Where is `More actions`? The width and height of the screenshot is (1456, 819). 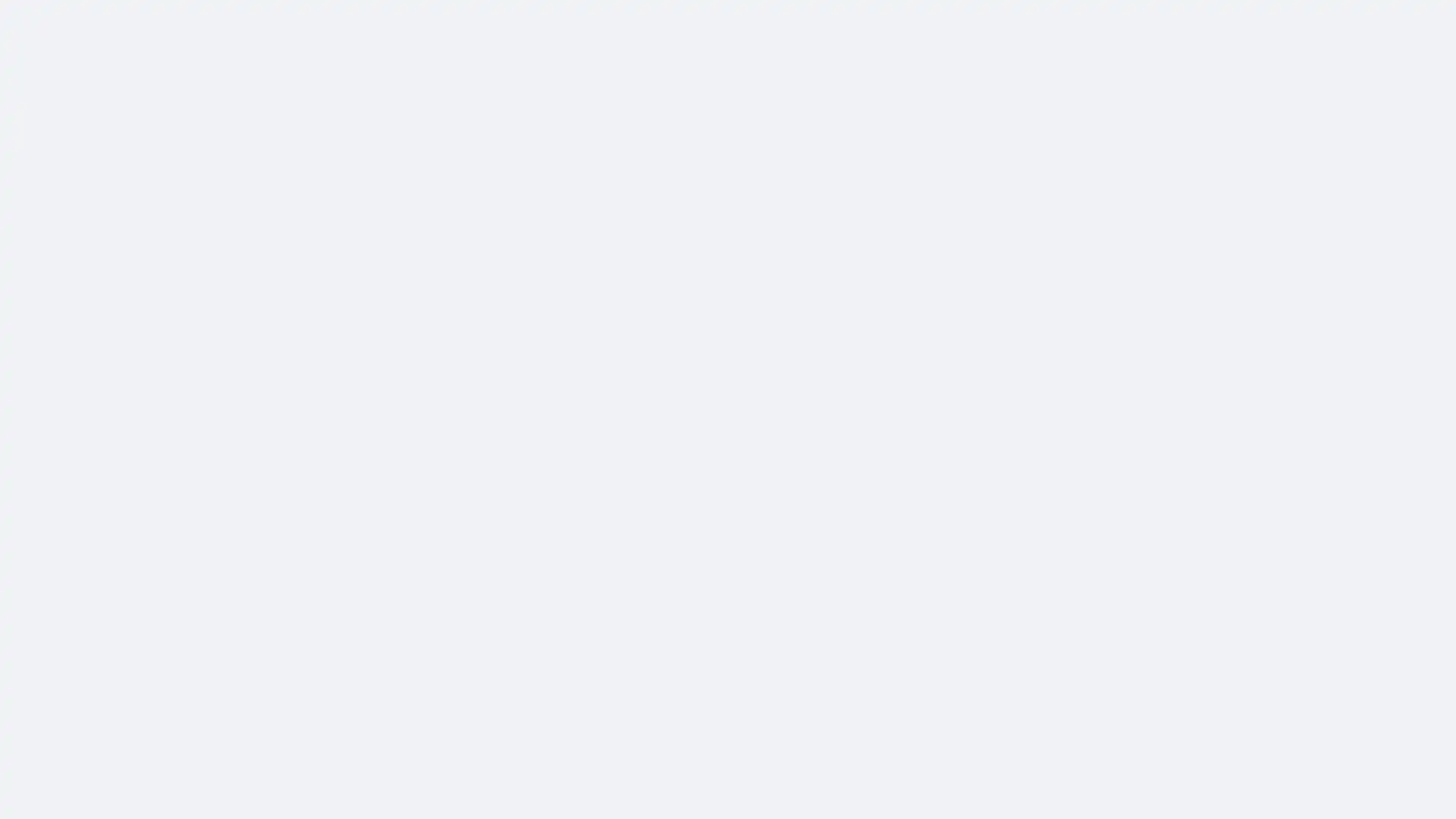 More actions is located at coordinates (1040, 197).